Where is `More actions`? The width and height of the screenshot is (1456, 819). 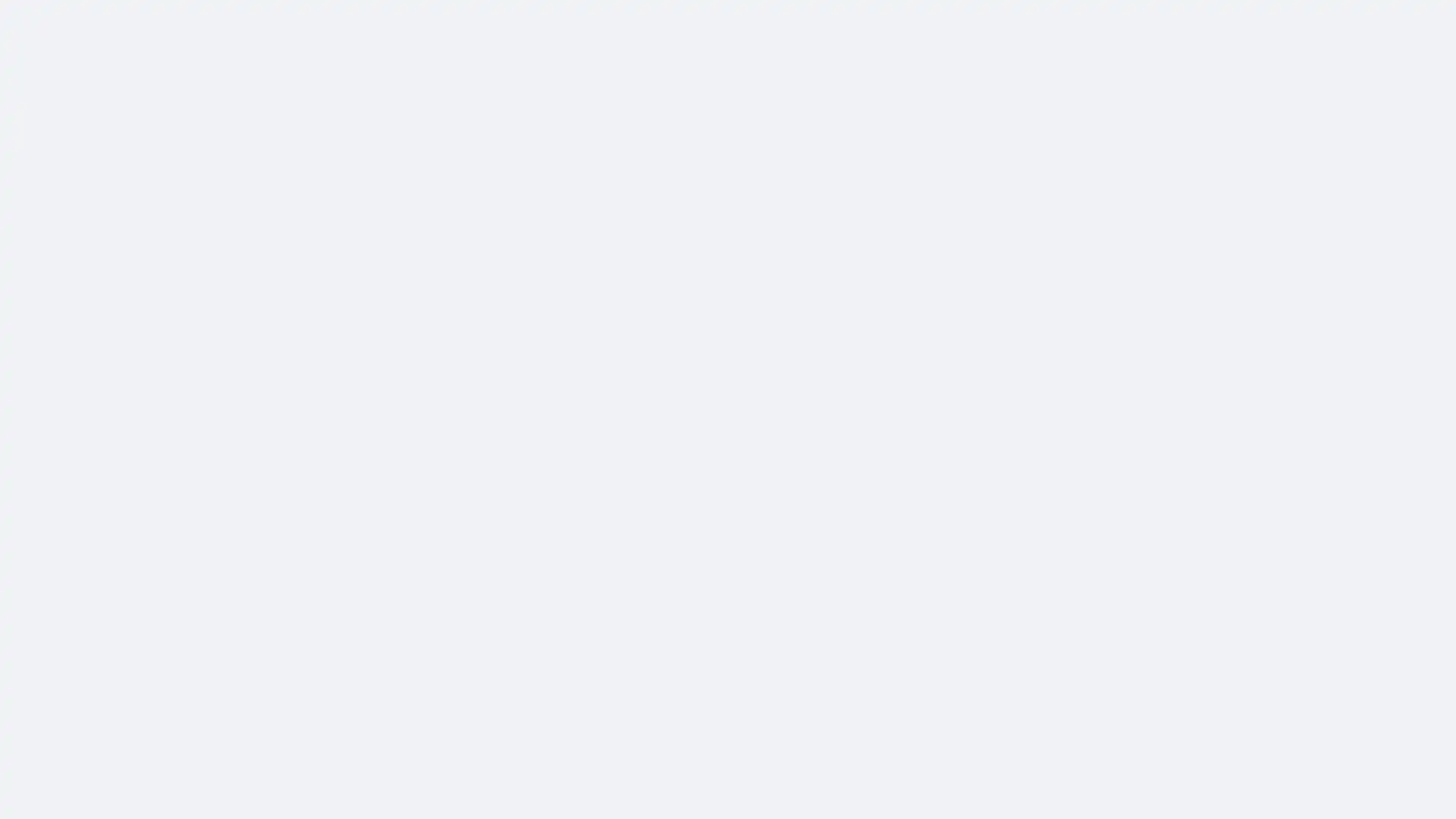 More actions is located at coordinates (1040, 197).